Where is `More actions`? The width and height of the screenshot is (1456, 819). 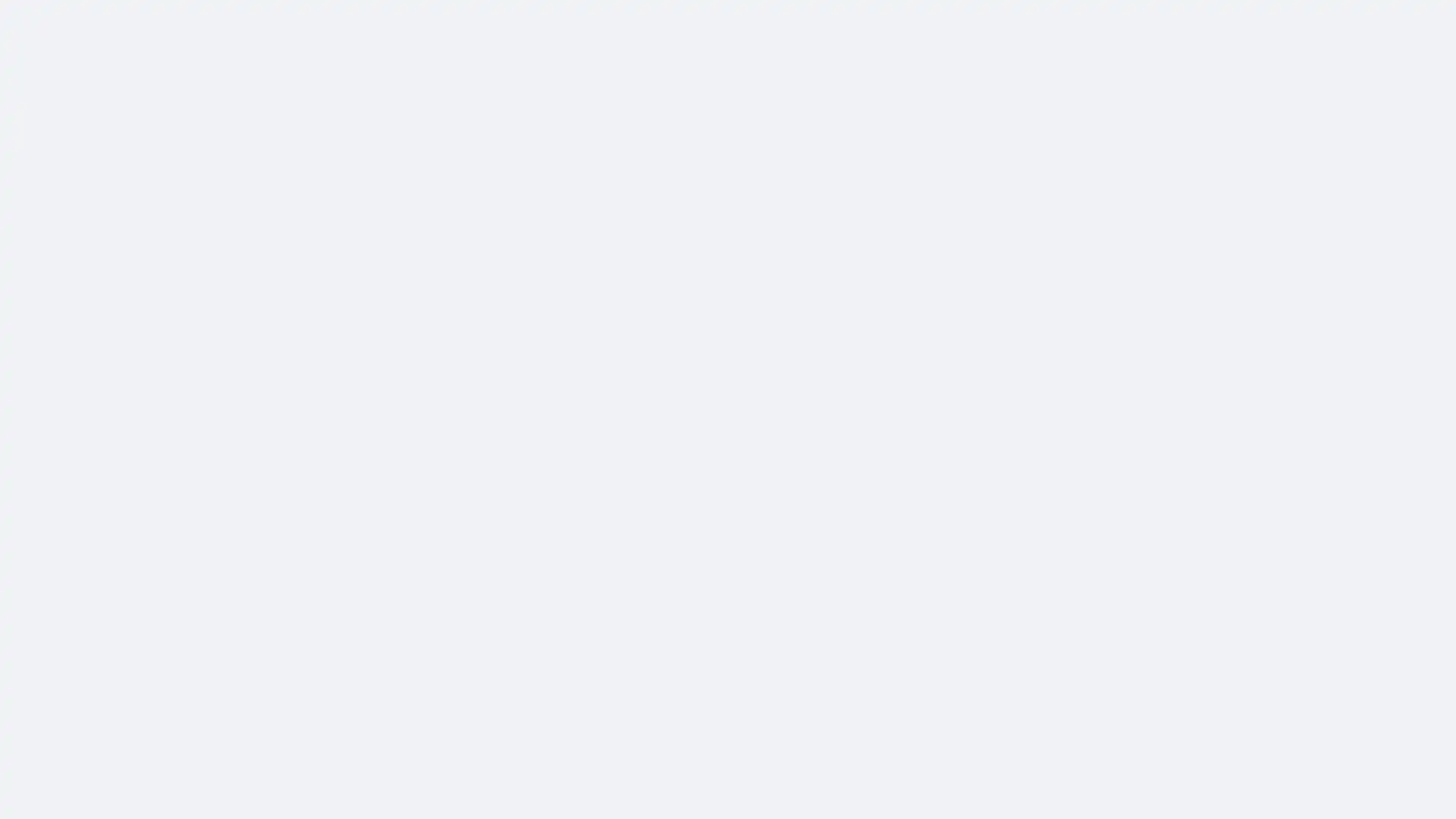 More actions is located at coordinates (1040, 197).